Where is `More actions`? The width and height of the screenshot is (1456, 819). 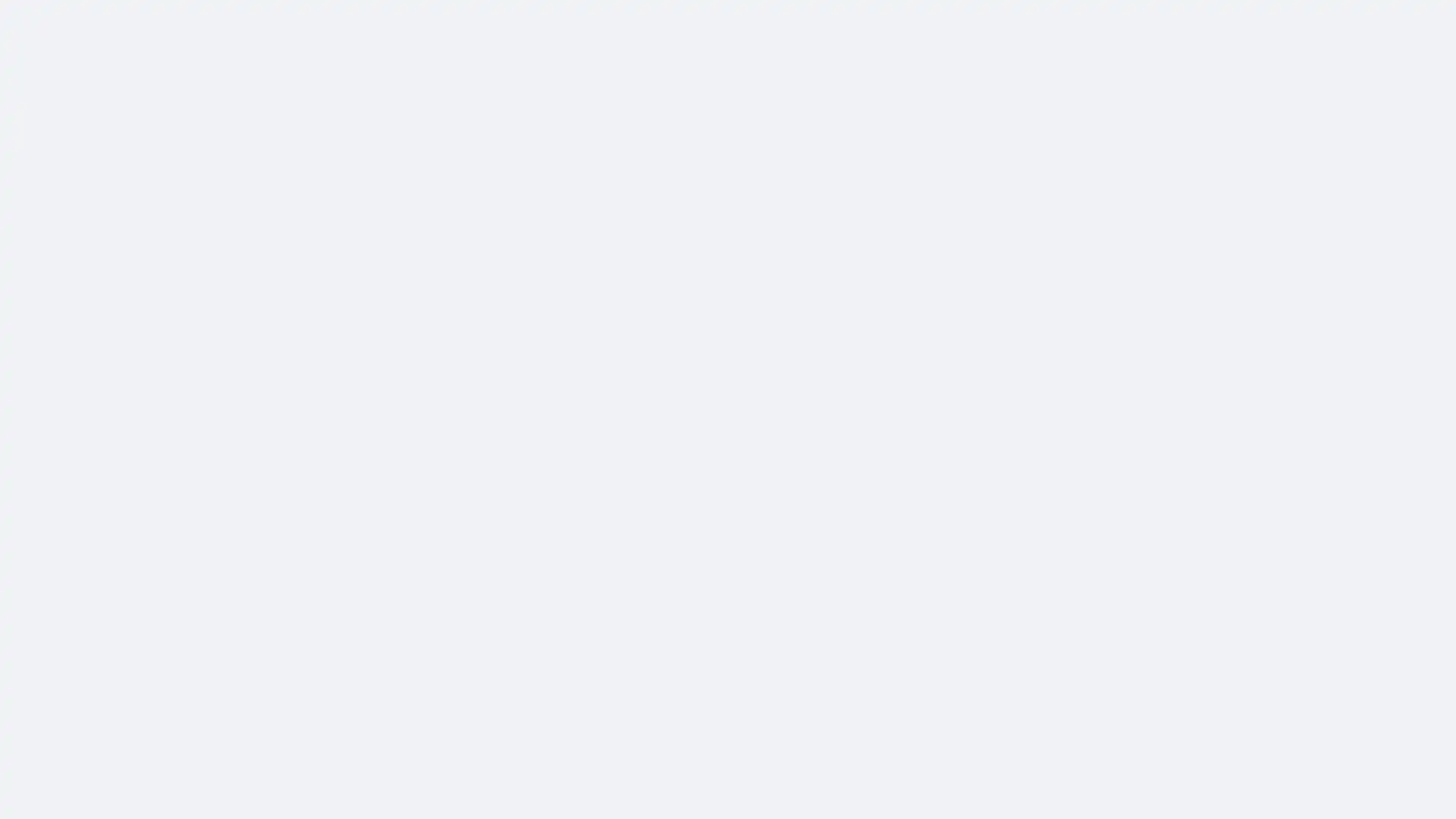 More actions is located at coordinates (1040, 197).